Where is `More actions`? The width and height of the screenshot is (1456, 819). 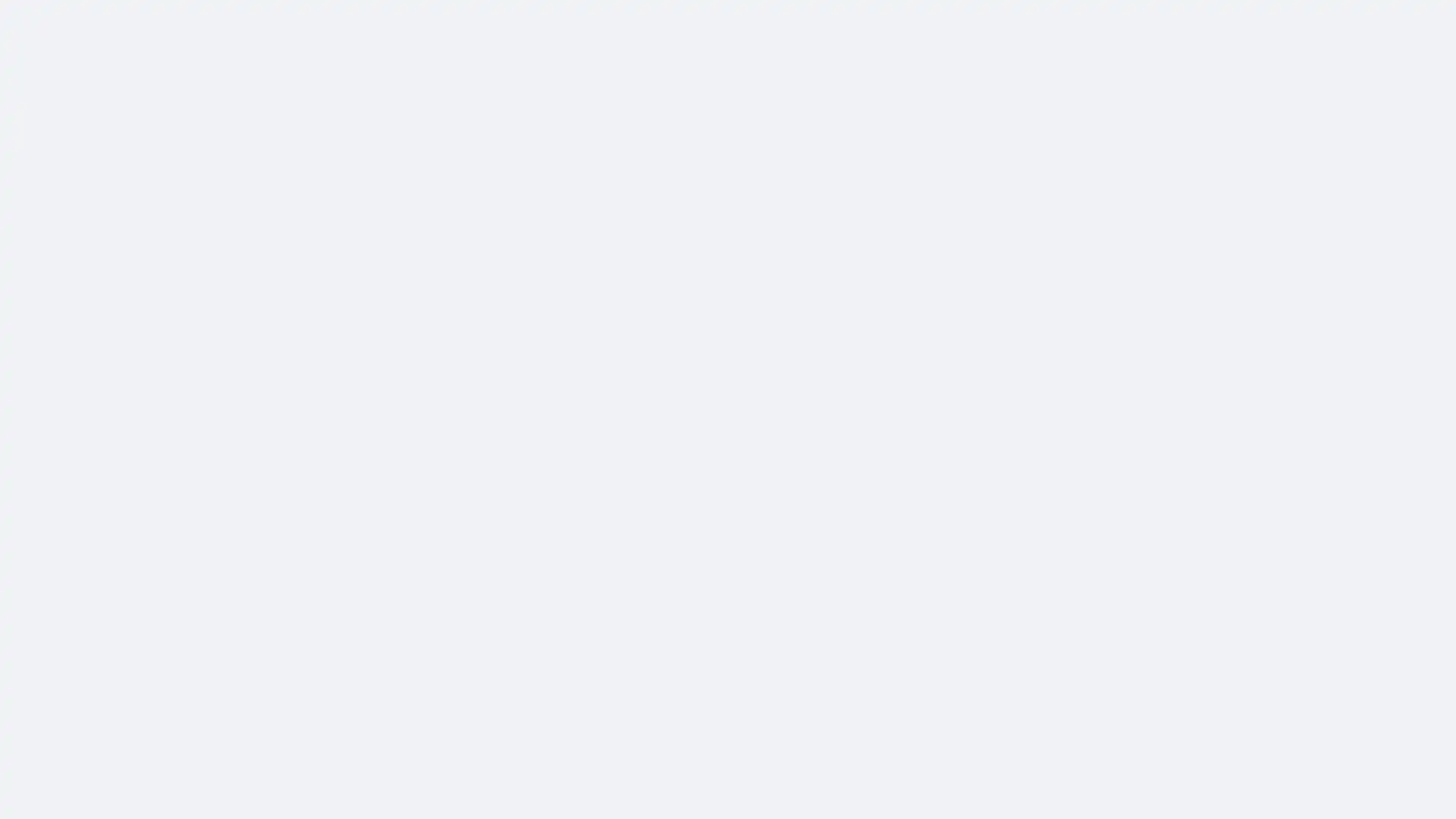 More actions is located at coordinates (1040, 197).